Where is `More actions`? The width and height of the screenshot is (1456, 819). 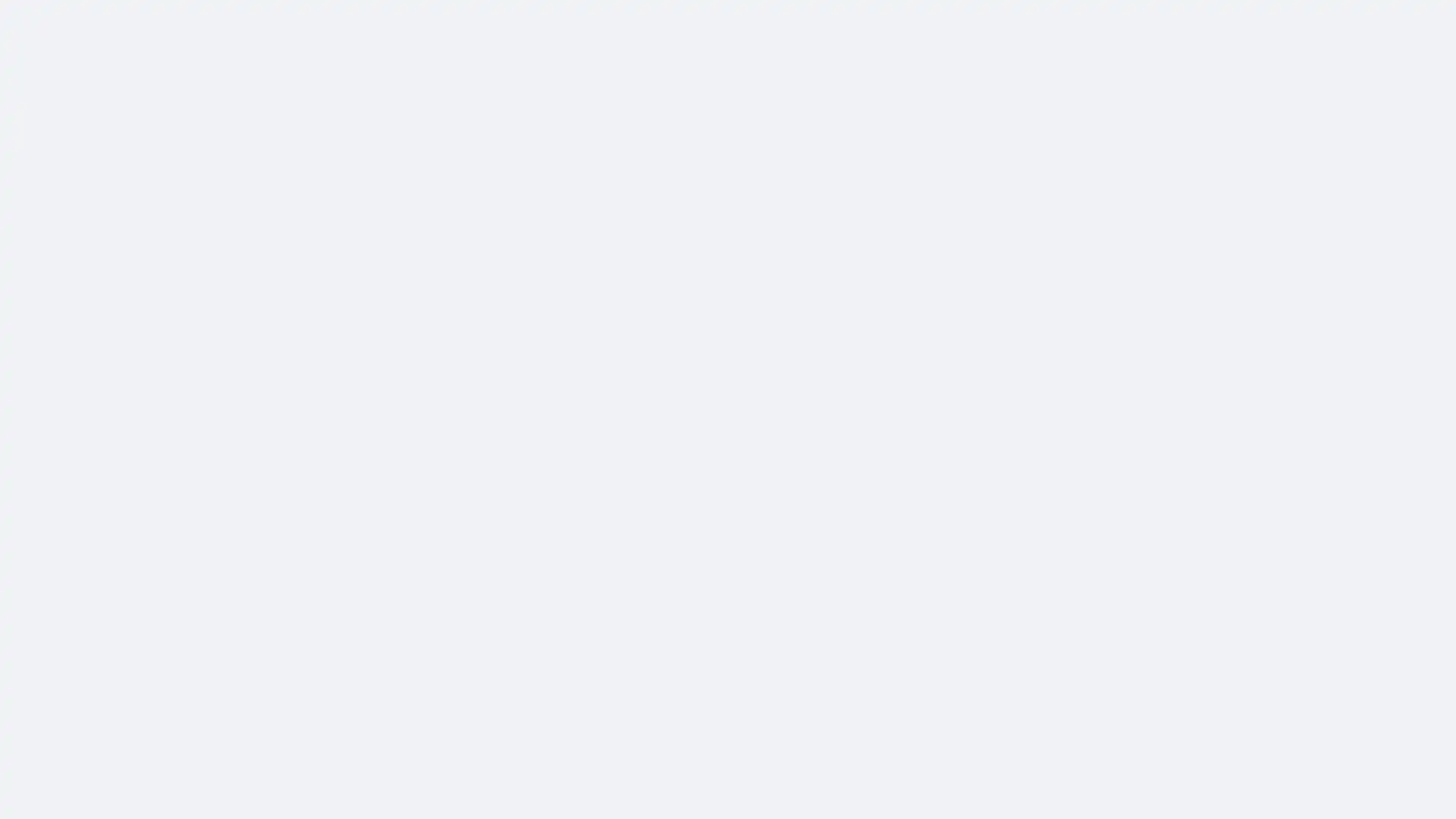 More actions is located at coordinates (1040, 197).